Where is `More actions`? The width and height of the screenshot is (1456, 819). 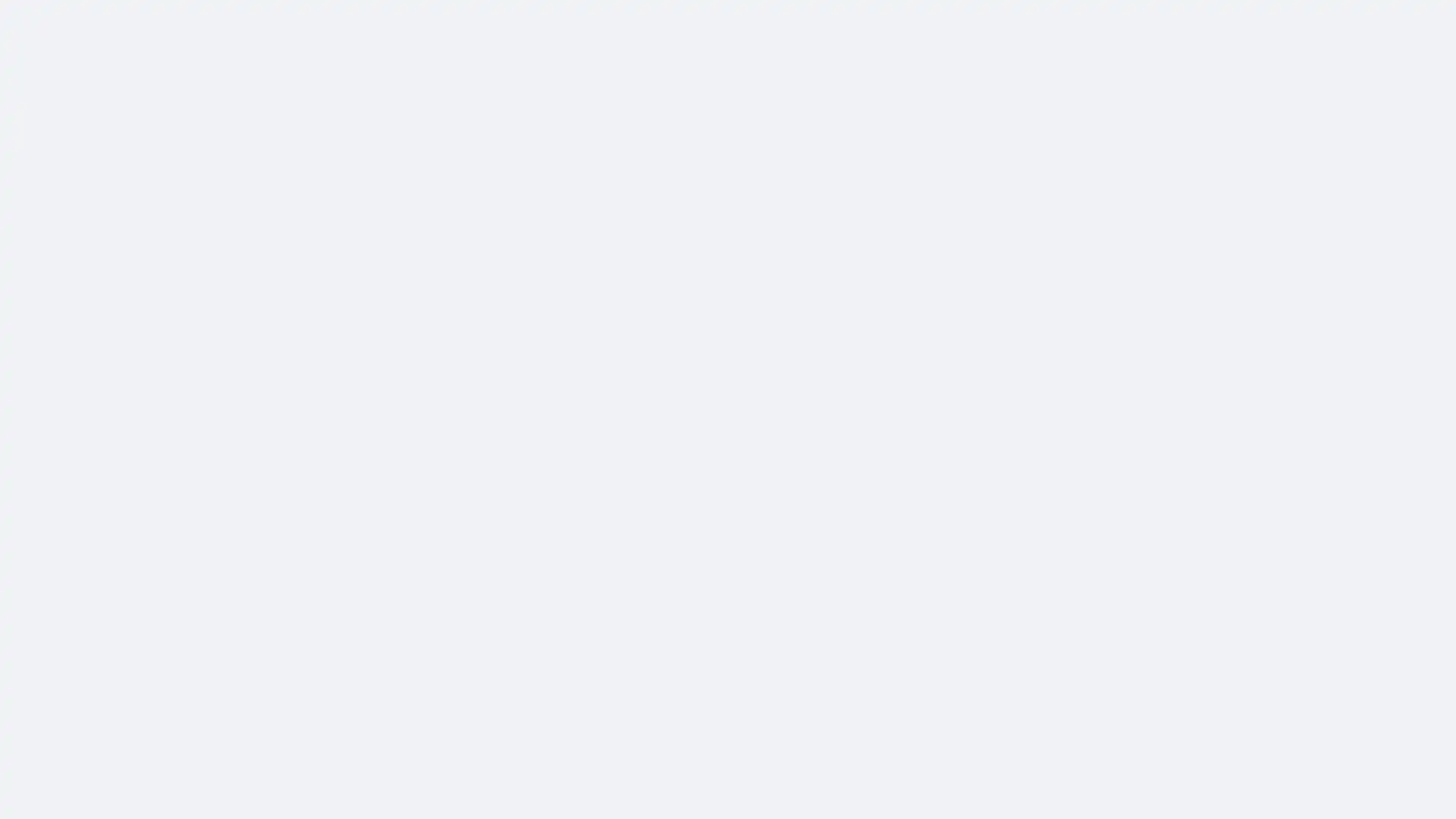 More actions is located at coordinates (1040, 197).